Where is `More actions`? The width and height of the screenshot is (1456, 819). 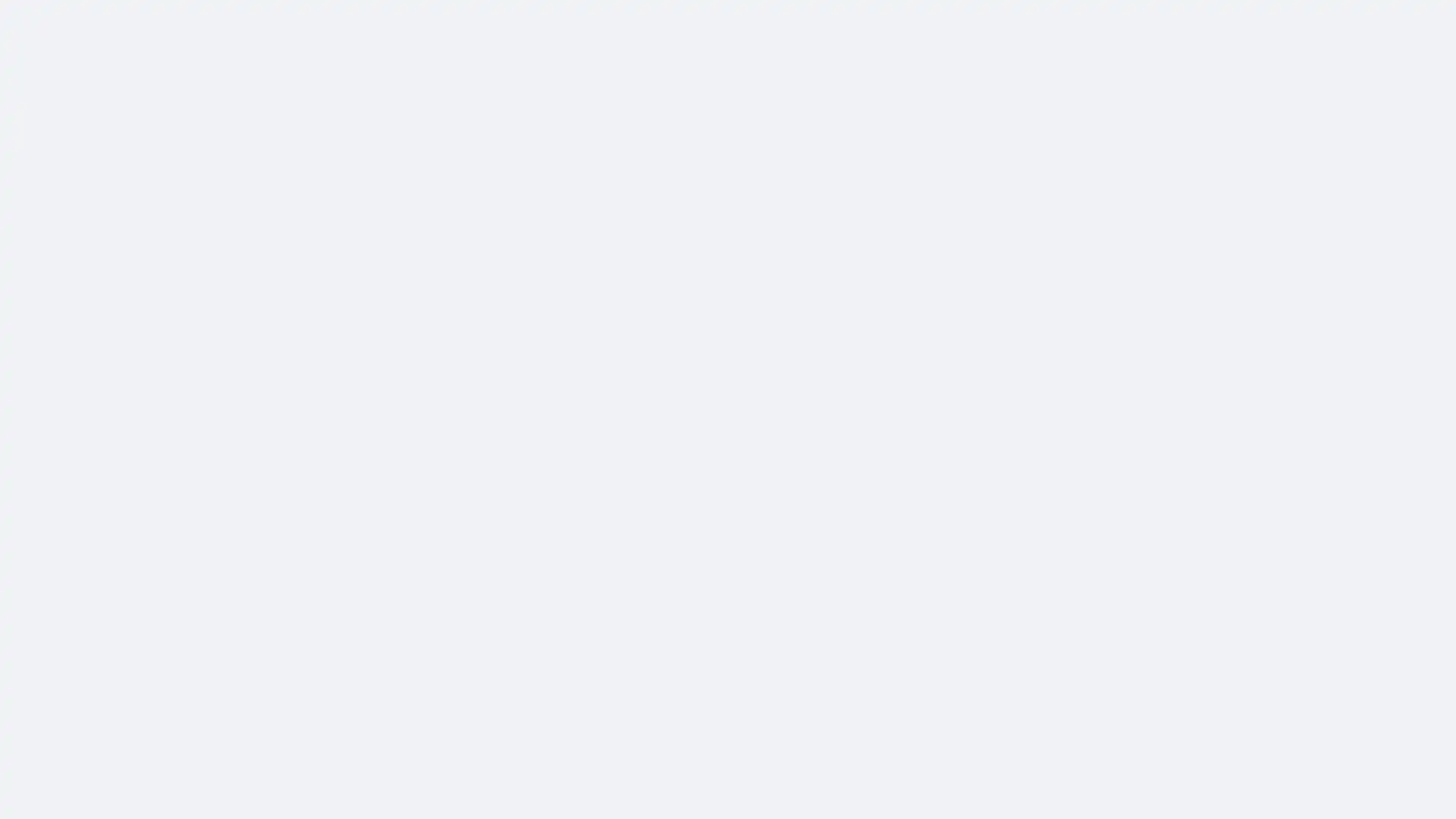 More actions is located at coordinates (1040, 197).